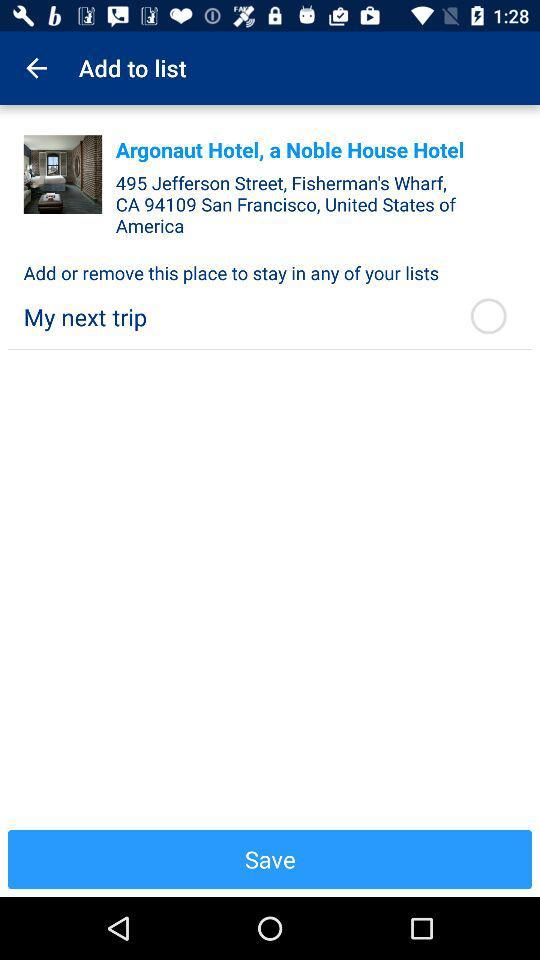  I want to click on the item above save, so click(487, 316).